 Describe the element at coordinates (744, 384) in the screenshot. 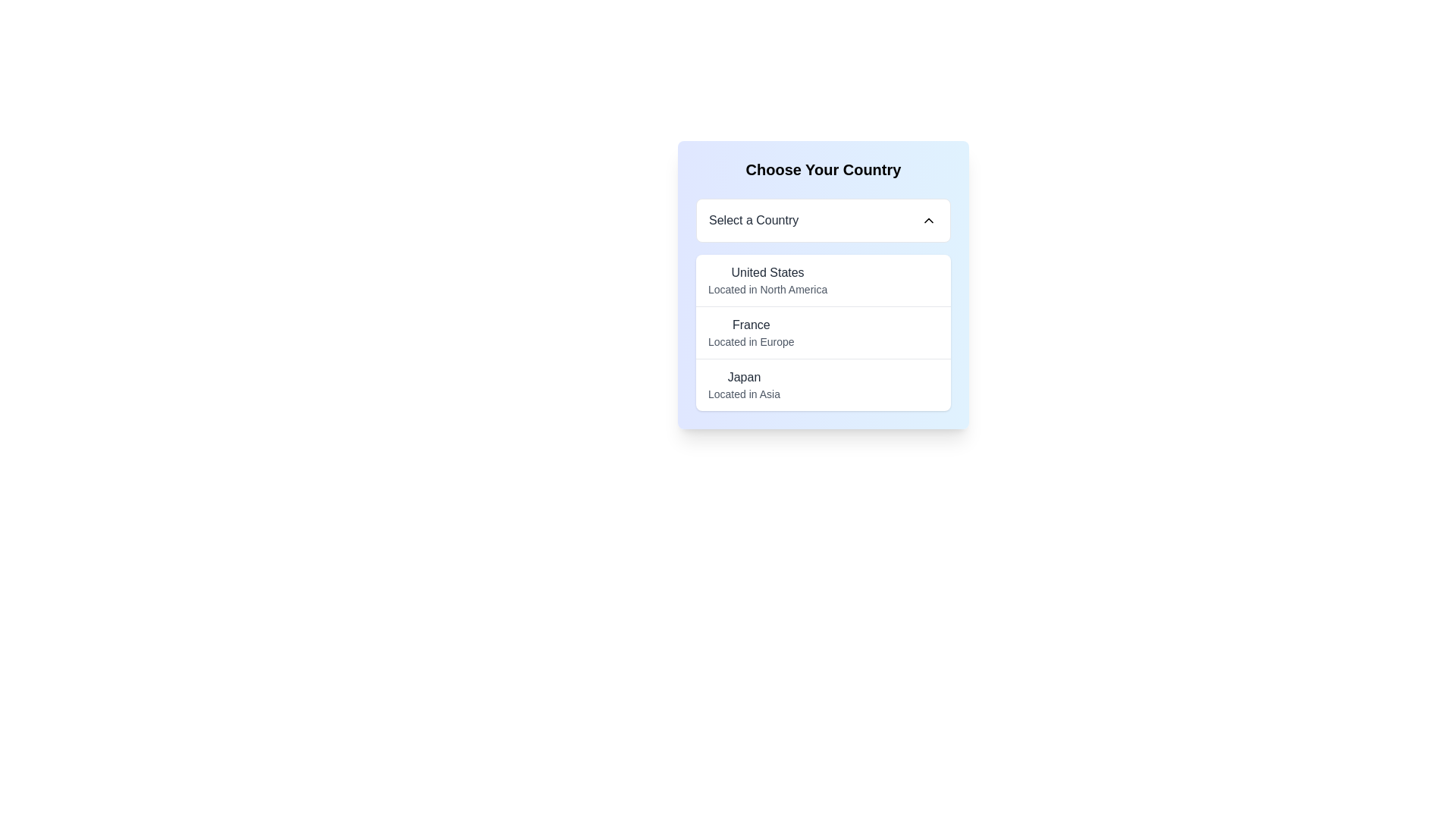

I see `the third list item labeled 'Japan' in the dropdown menu` at that location.